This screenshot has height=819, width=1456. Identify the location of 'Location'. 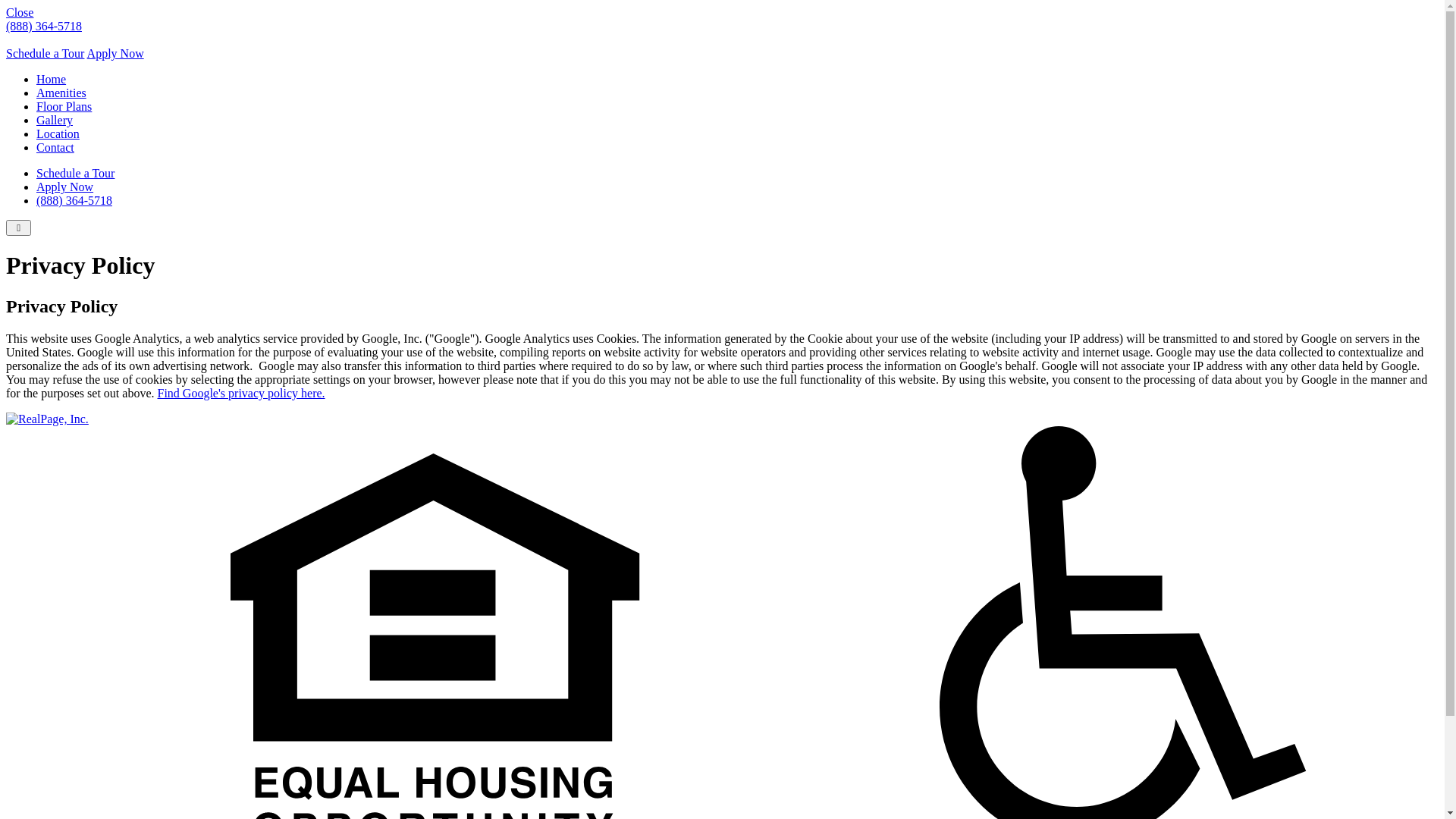
(58, 133).